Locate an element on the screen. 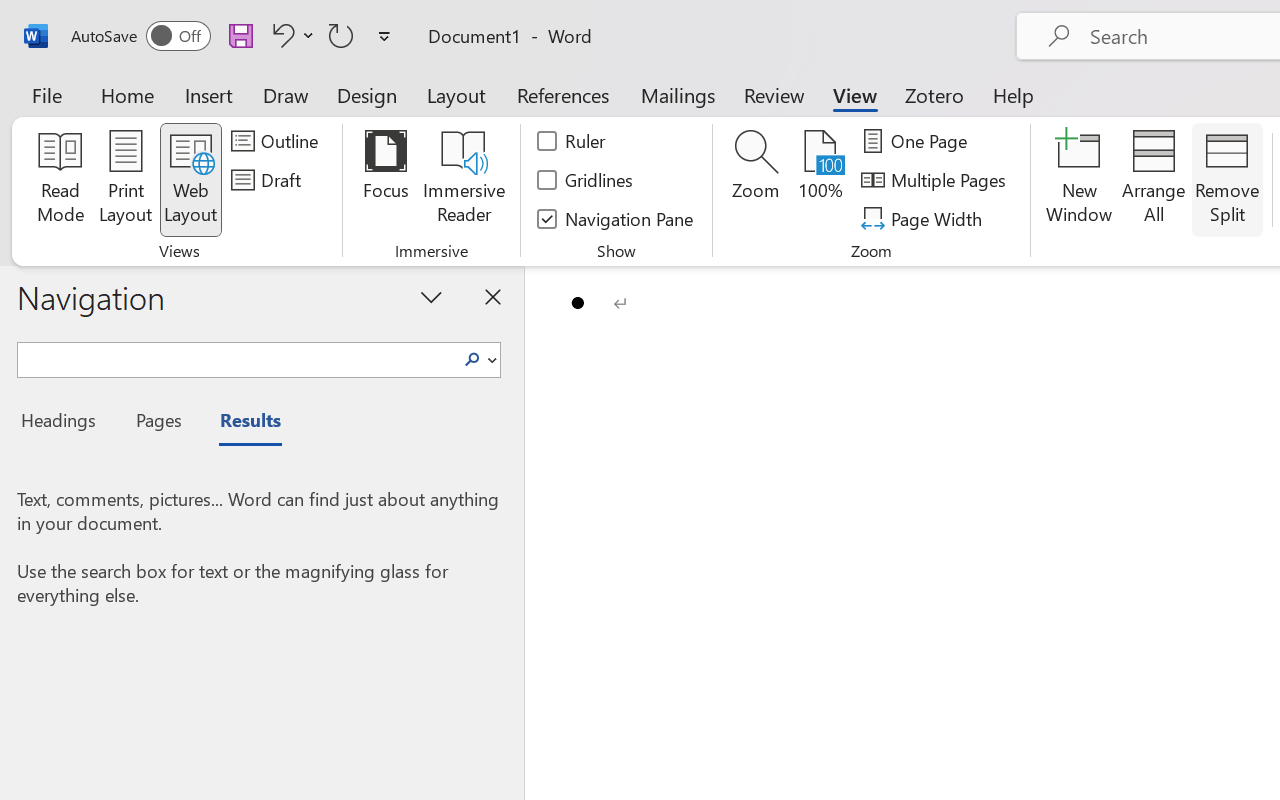 The width and height of the screenshot is (1280, 800). 'Zoom...' is located at coordinates (754, 179).